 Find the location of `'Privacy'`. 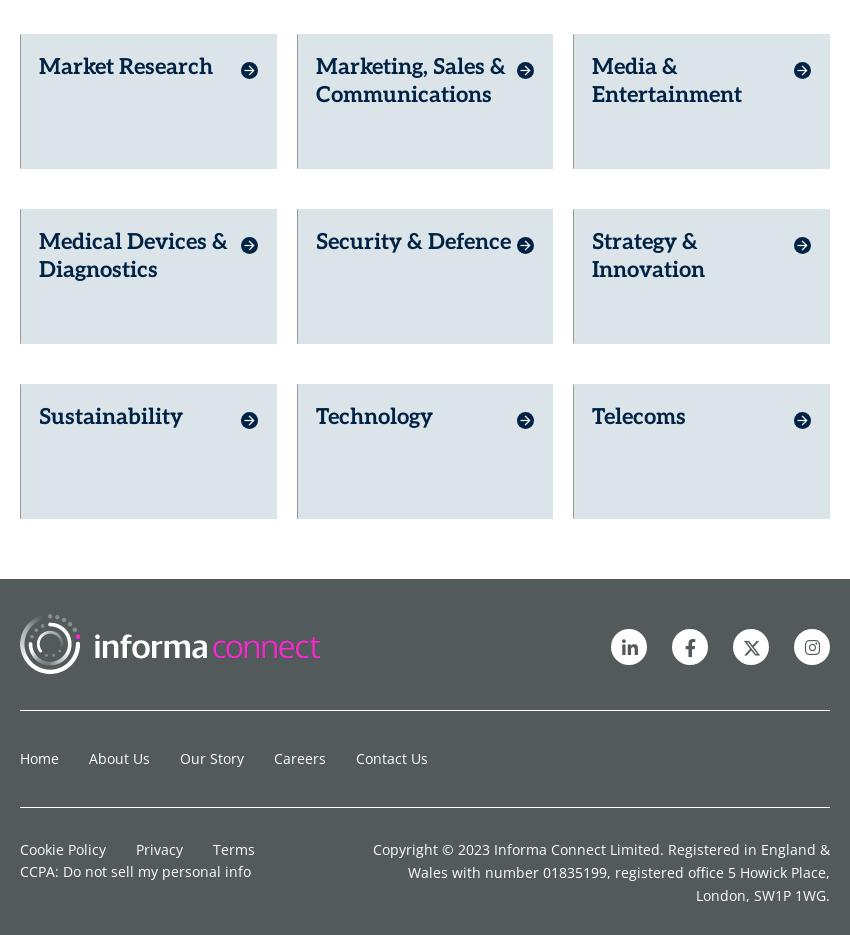

'Privacy' is located at coordinates (159, 813).